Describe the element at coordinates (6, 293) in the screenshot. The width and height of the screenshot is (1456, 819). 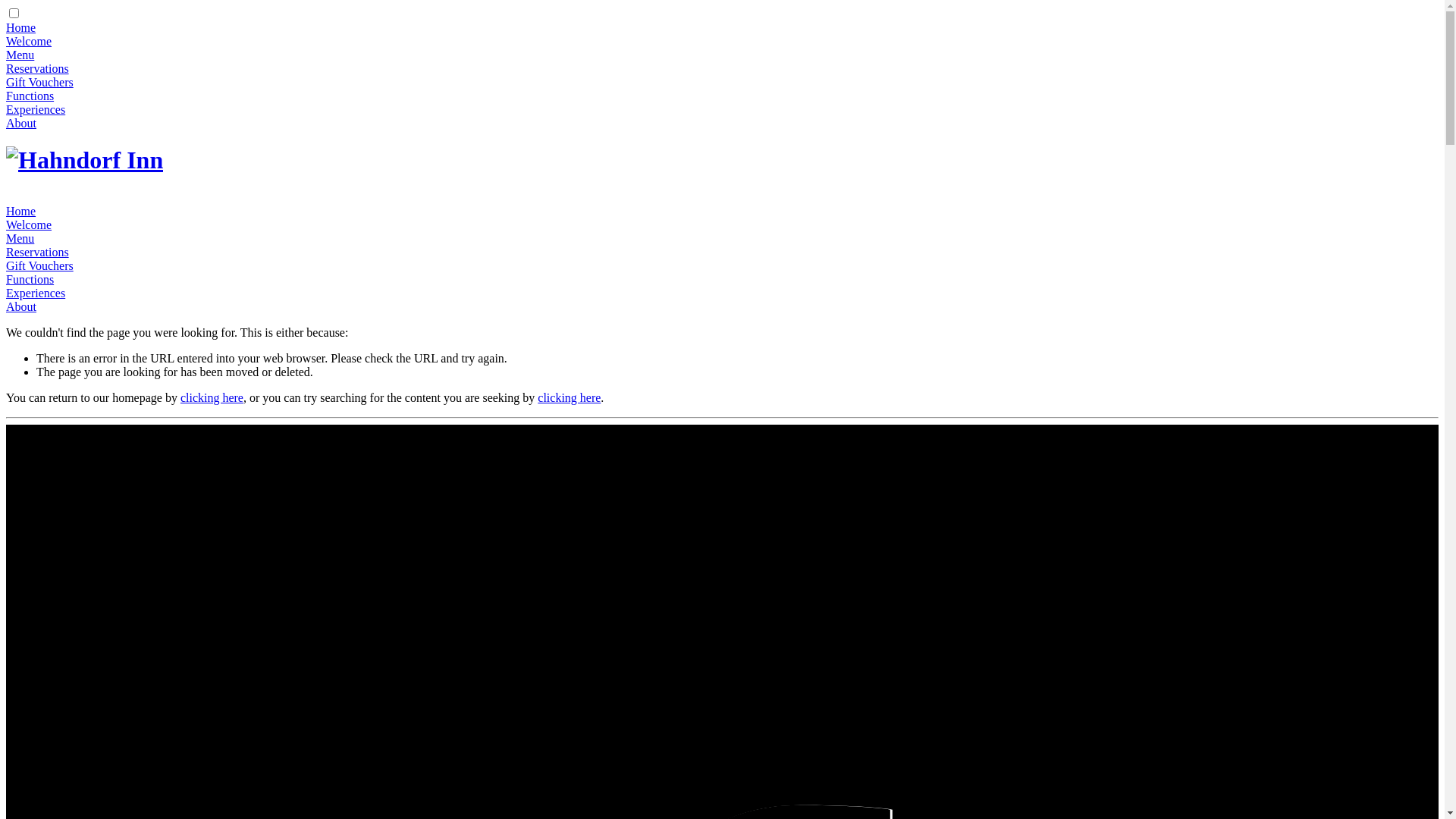
I see `'Experiences'` at that location.